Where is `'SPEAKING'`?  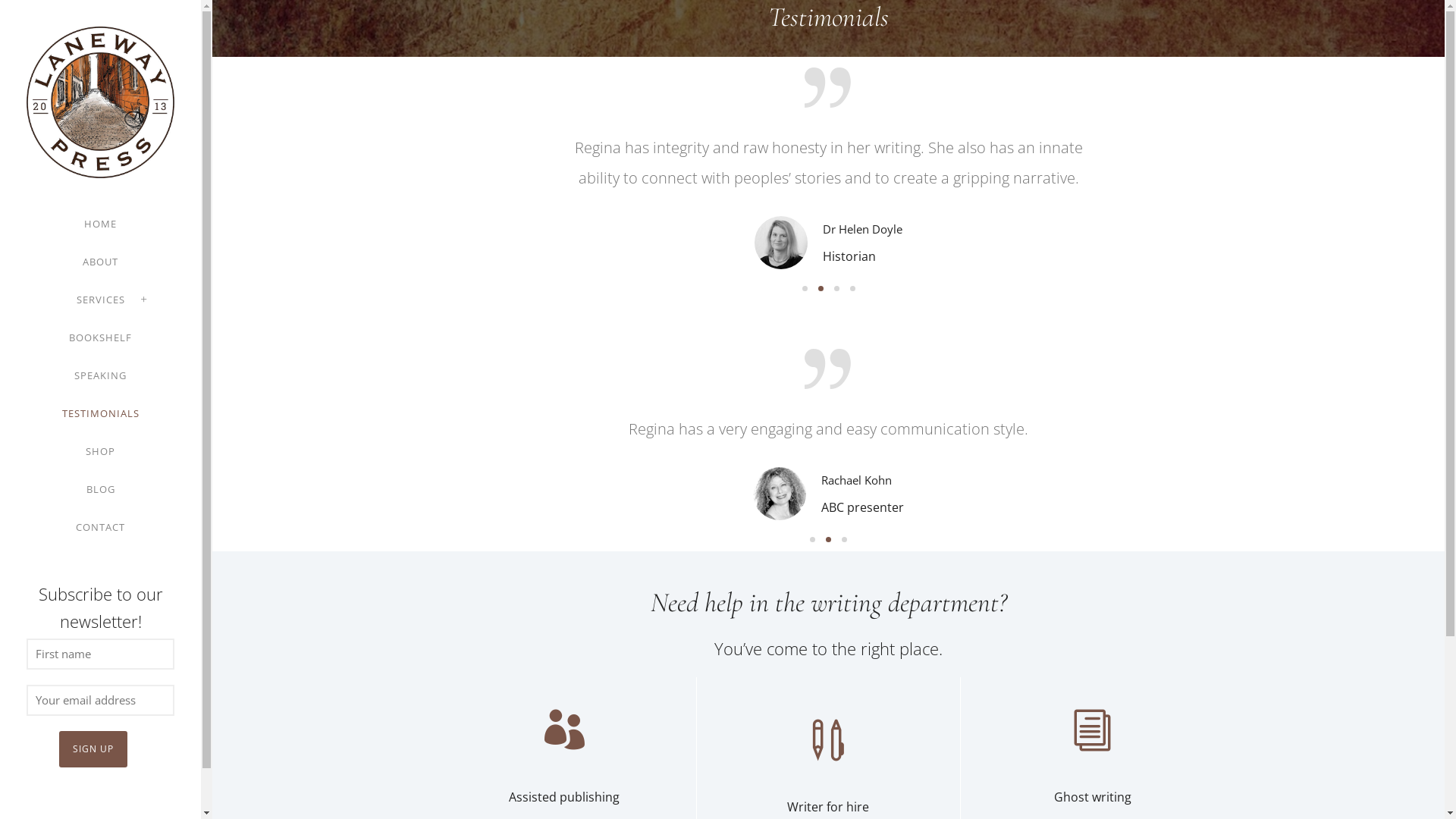 'SPEAKING' is located at coordinates (73, 375).